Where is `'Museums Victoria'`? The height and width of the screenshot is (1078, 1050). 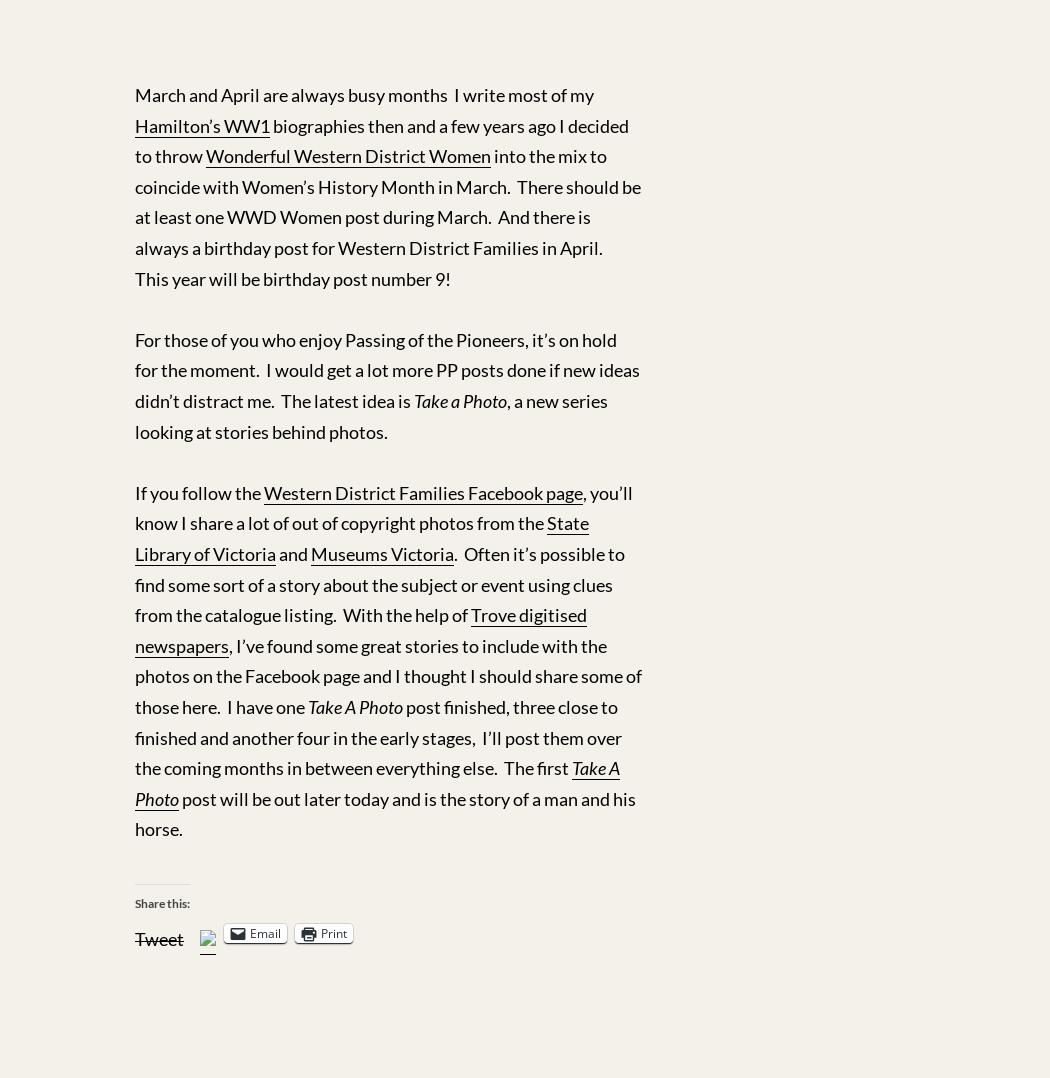
'Museums Victoria' is located at coordinates (382, 552).